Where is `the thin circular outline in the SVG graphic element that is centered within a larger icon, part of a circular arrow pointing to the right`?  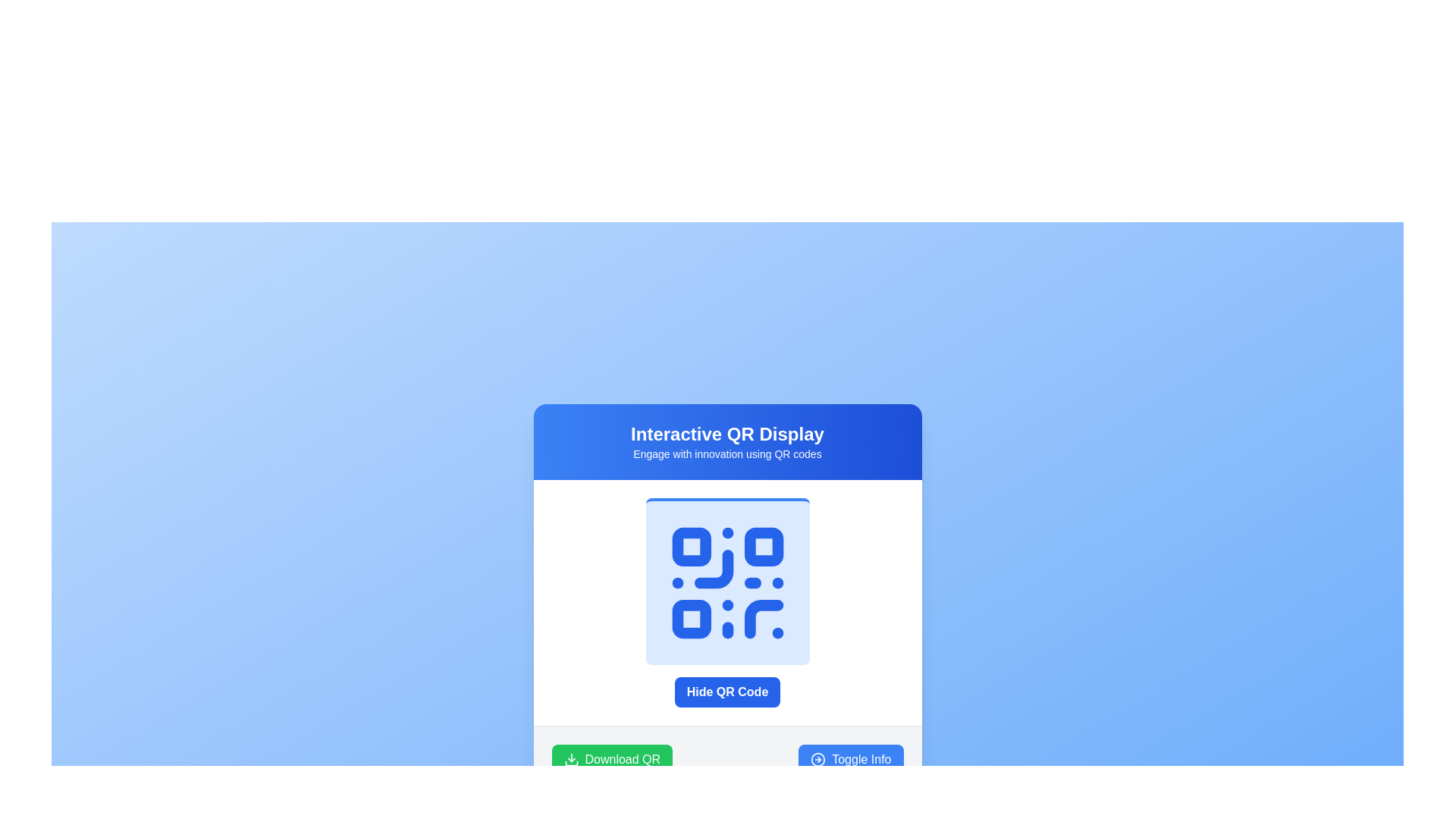 the thin circular outline in the SVG graphic element that is centered within a larger icon, part of a circular arrow pointing to the right is located at coordinates (817, 759).